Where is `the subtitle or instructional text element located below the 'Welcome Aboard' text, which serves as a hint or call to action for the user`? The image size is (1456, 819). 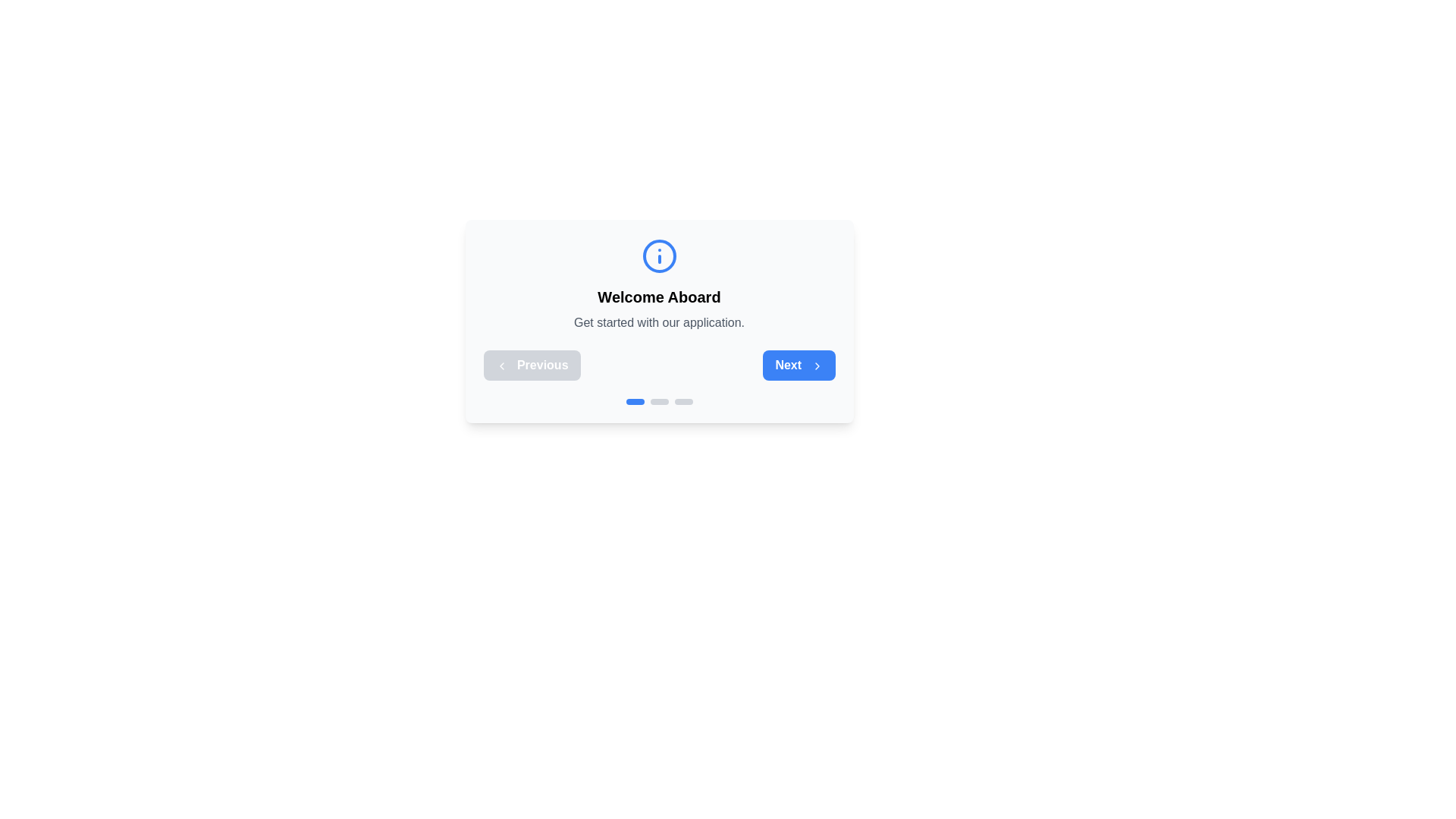 the subtitle or instructional text element located below the 'Welcome Aboard' text, which serves as a hint or call to action for the user is located at coordinates (659, 322).